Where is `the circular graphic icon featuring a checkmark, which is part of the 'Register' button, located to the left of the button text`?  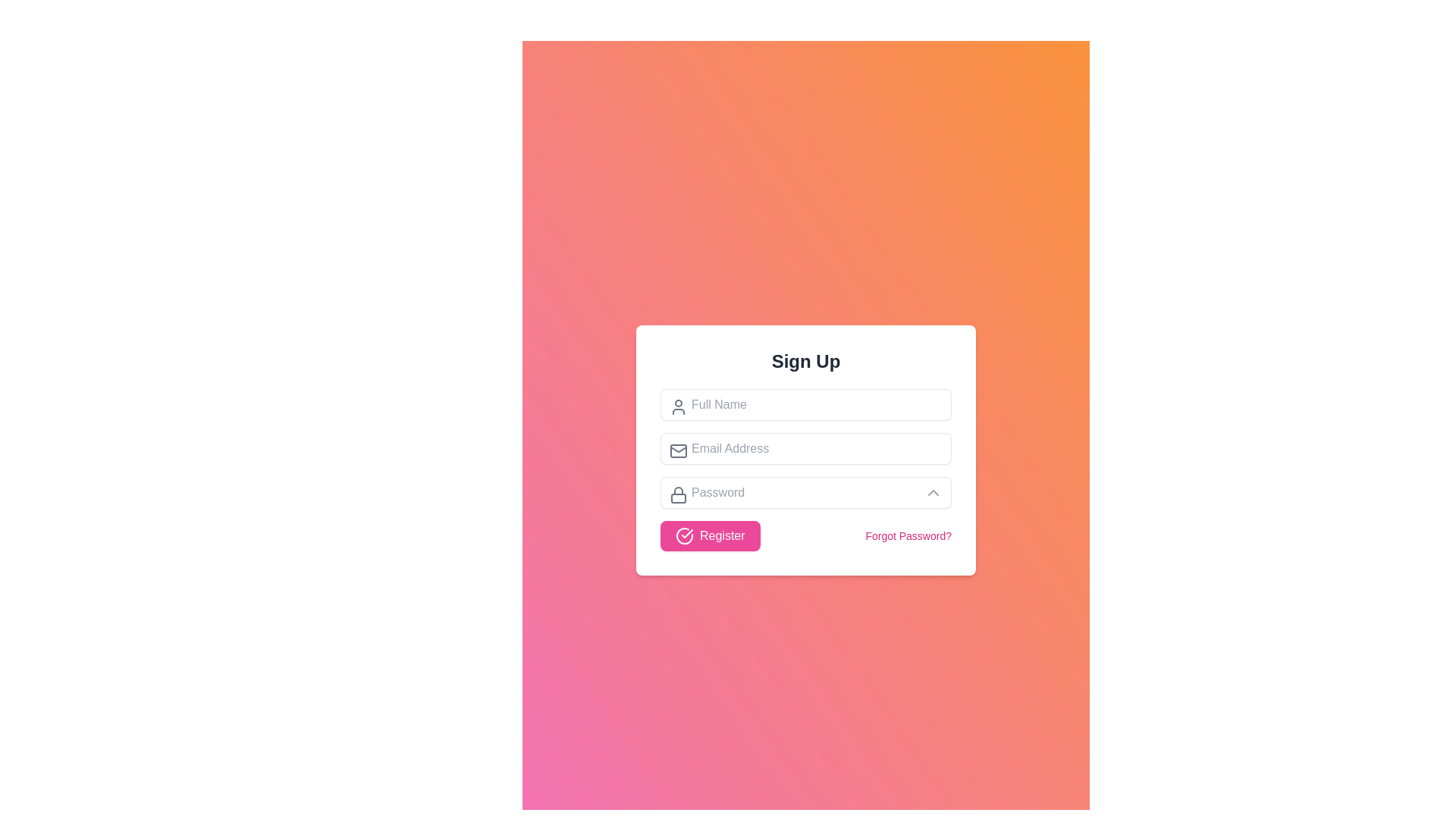 the circular graphic icon featuring a checkmark, which is part of the 'Register' button, located to the left of the button text is located at coordinates (683, 535).